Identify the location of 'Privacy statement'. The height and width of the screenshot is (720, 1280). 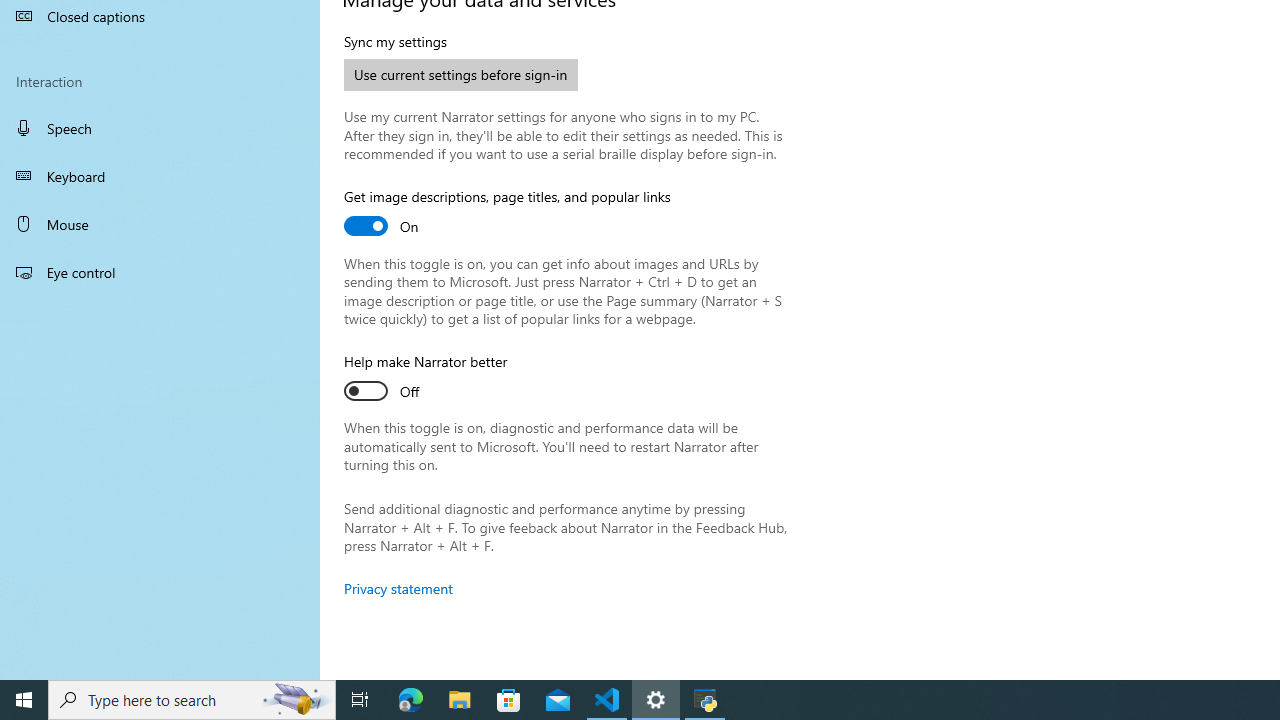
(398, 587).